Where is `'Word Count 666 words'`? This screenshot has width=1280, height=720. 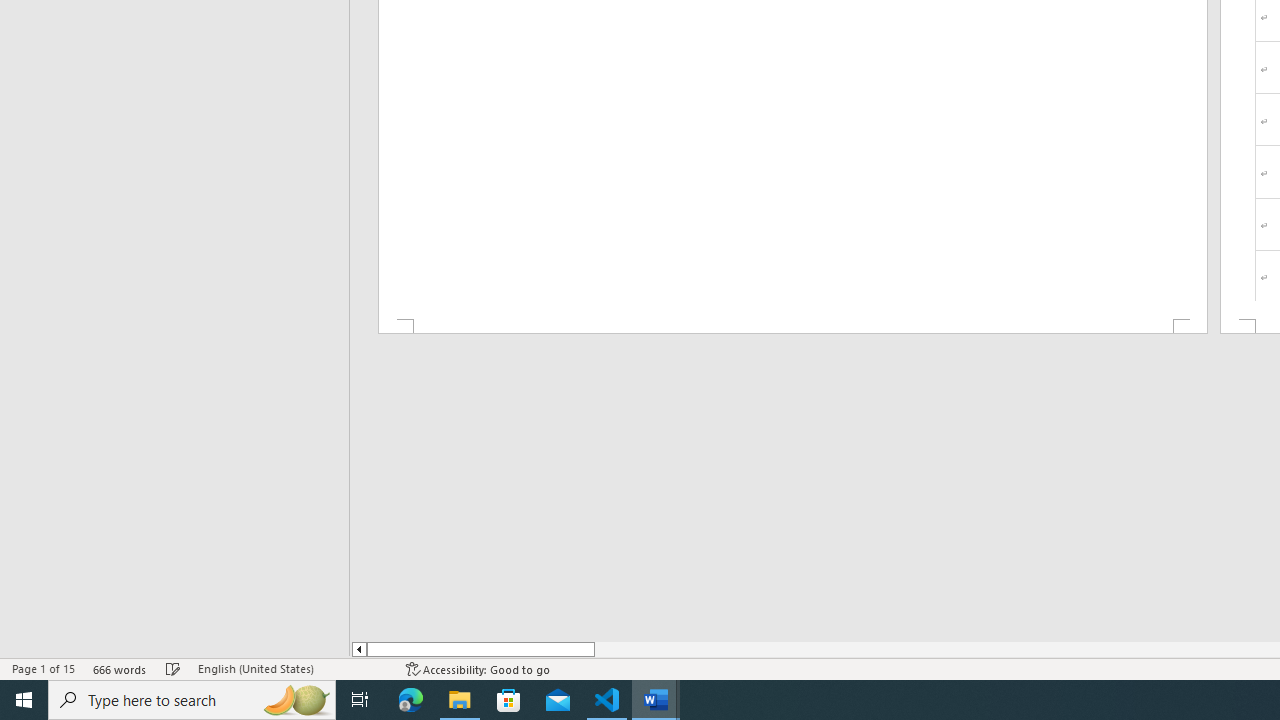 'Word Count 666 words' is located at coordinates (119, 669).